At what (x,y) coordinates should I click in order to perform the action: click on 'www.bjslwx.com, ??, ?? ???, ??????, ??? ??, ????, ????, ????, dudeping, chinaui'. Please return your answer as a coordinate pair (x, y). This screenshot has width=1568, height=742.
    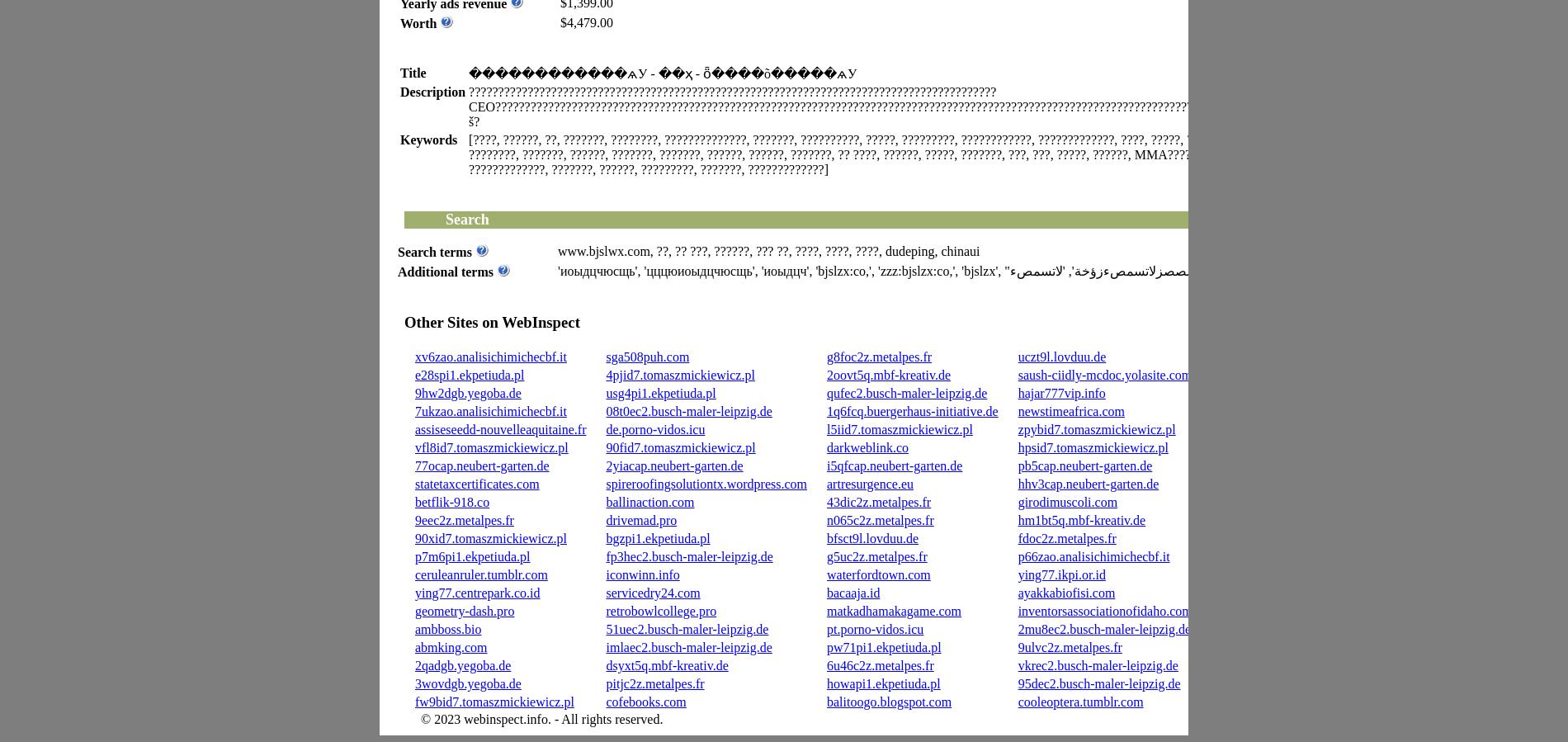
    Looking at the image, I should click on (767, 249).